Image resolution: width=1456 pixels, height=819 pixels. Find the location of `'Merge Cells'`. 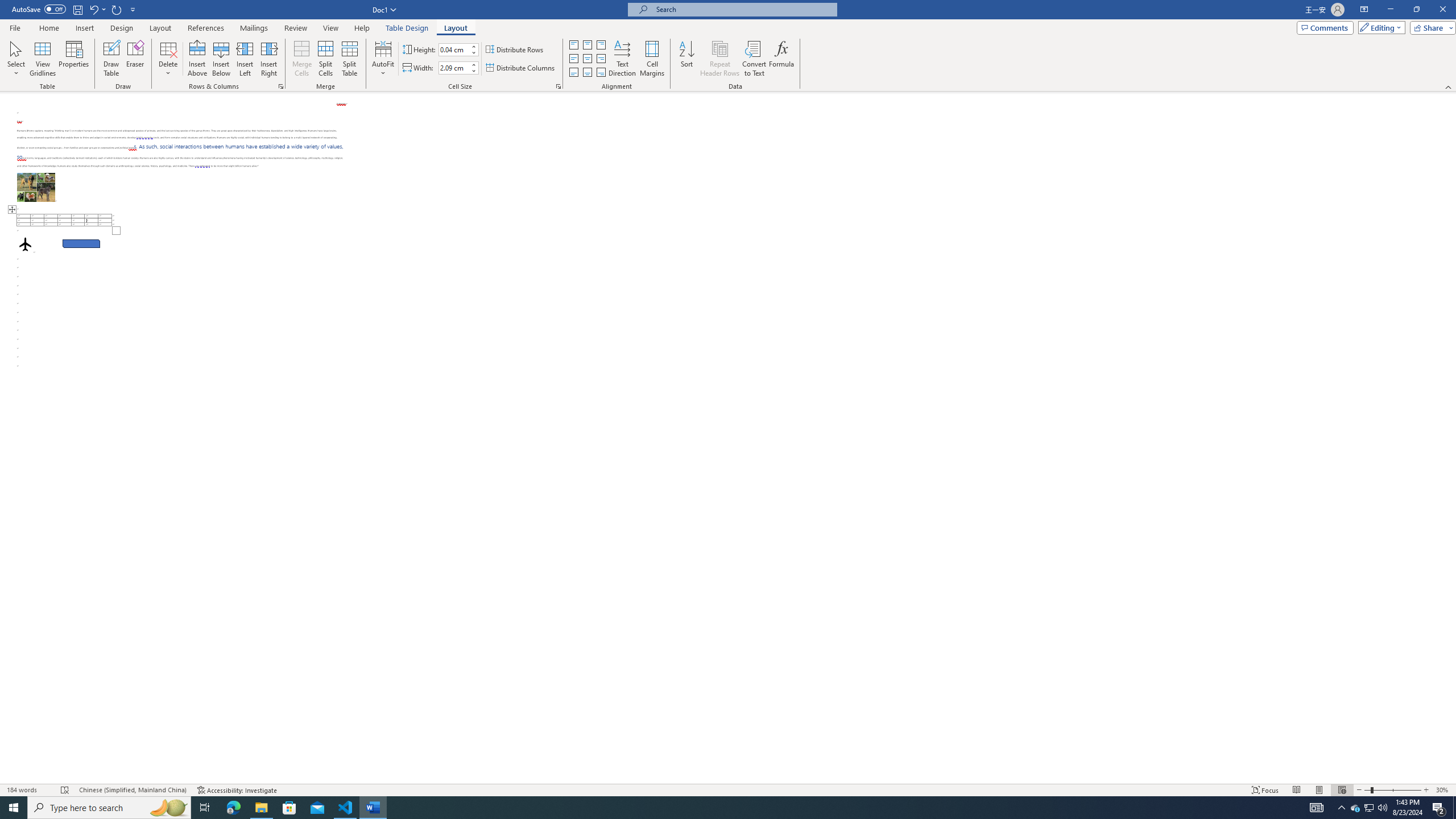

'Merge Cells' is located at coordinates (301, 59).